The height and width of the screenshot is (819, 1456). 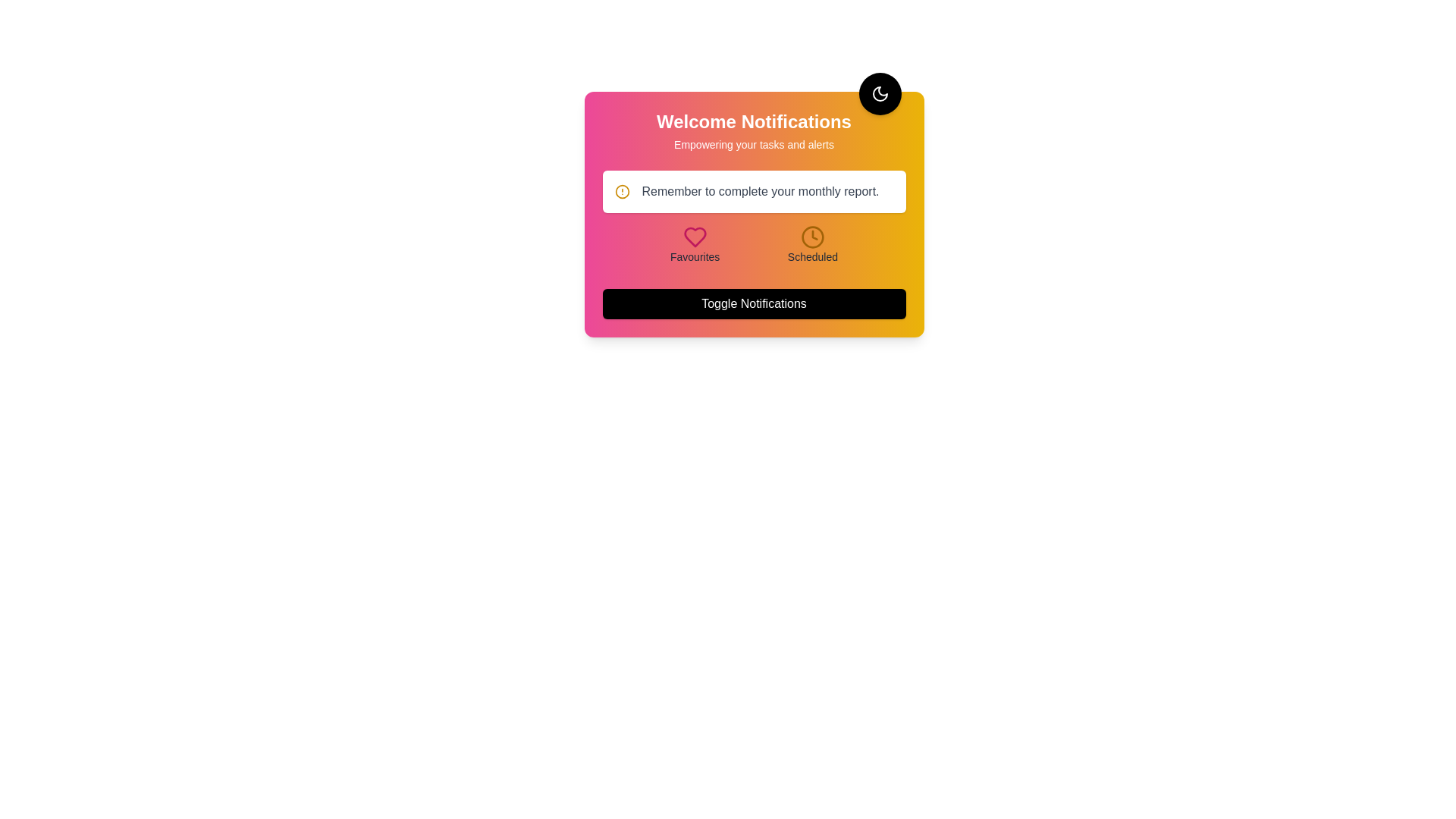 I want to click on the 'Scheduled' informational button located under the 'Welcome Notifications' section, which is positioned to the right of 'Favourites', so click(x=811, y=244).